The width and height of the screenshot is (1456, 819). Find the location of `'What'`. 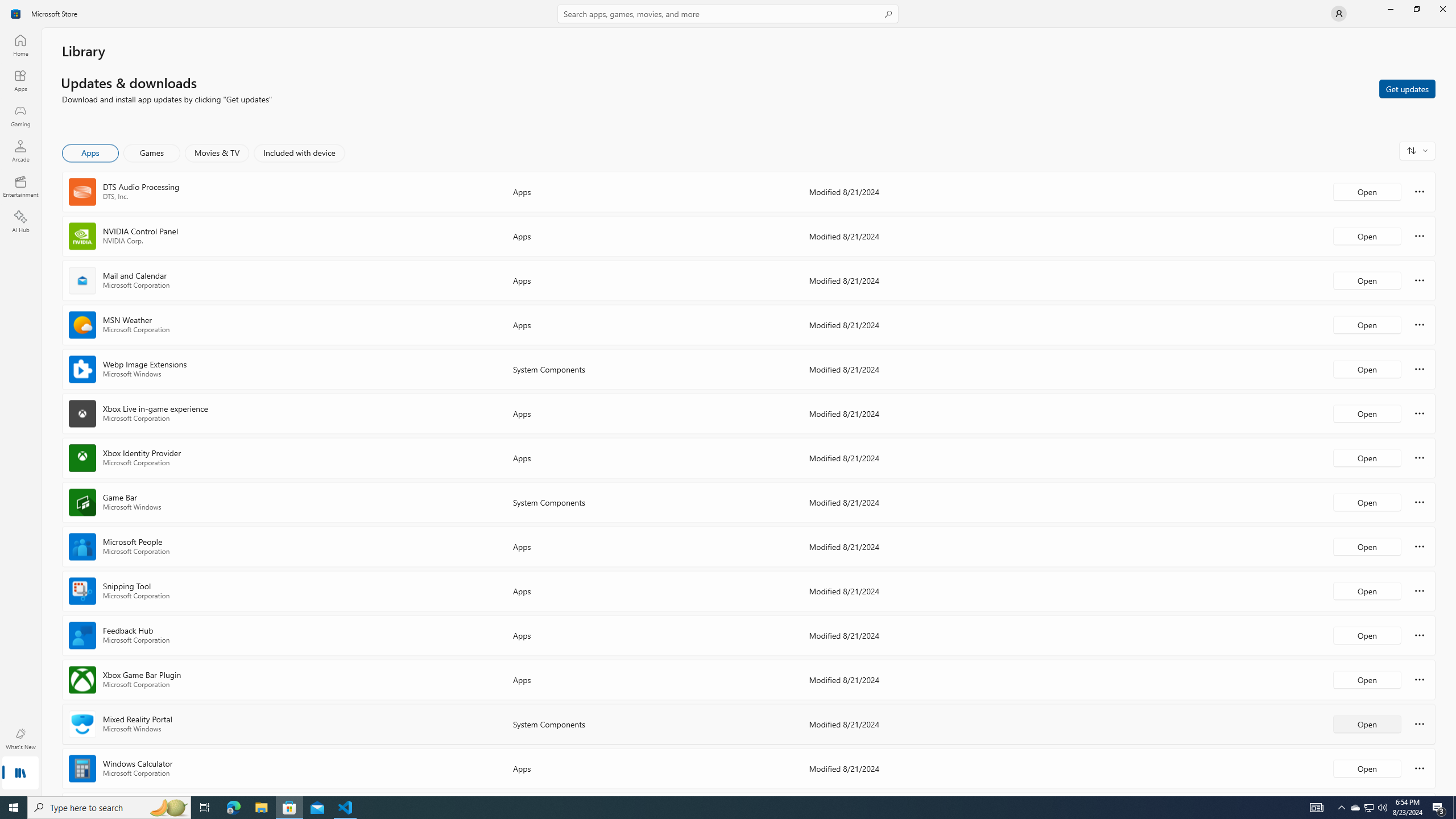

'What' is located at coordinates (19, 738).